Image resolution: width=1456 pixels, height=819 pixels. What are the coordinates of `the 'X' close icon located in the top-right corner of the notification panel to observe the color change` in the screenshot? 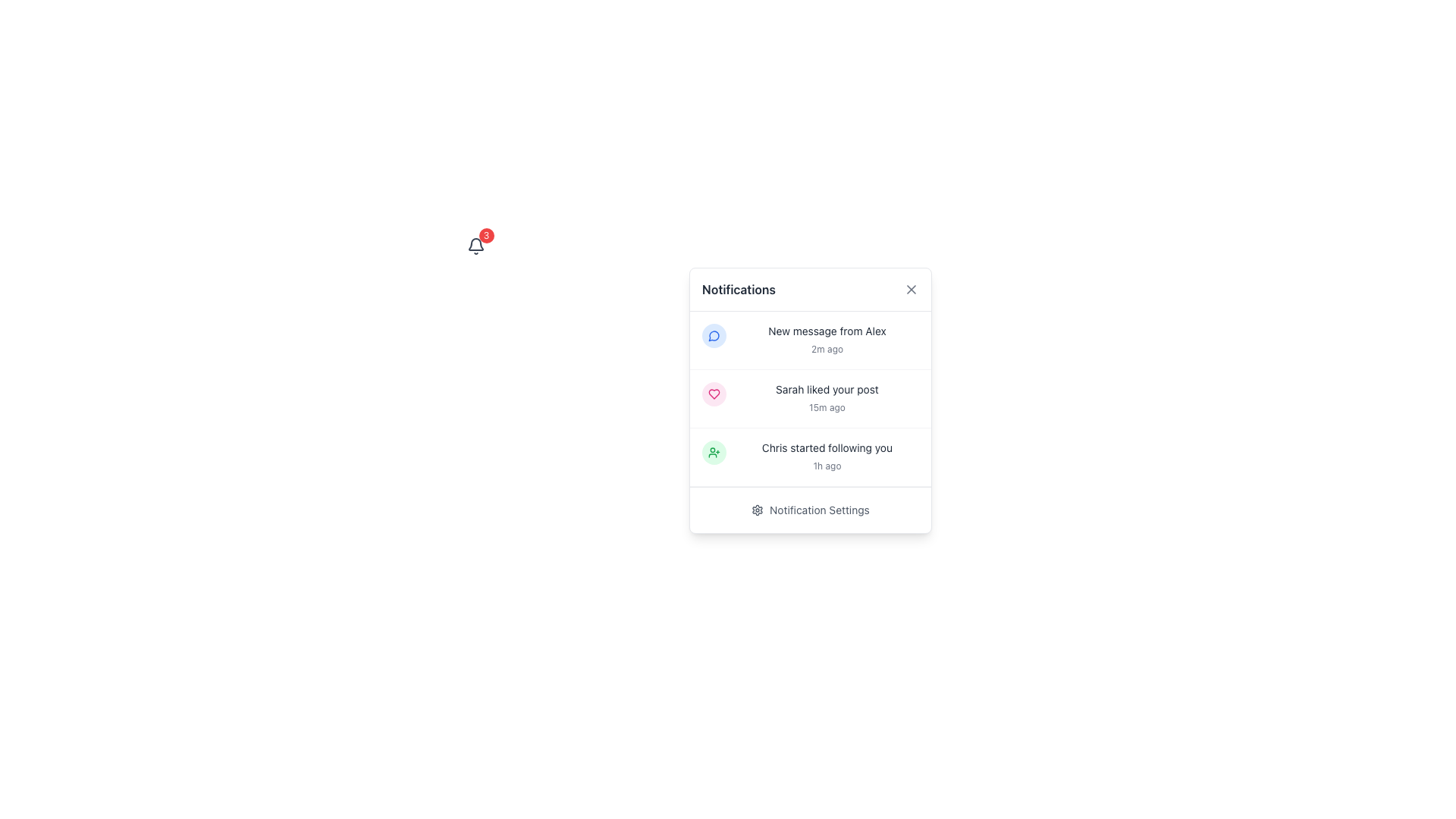 It's located at (910, 289).